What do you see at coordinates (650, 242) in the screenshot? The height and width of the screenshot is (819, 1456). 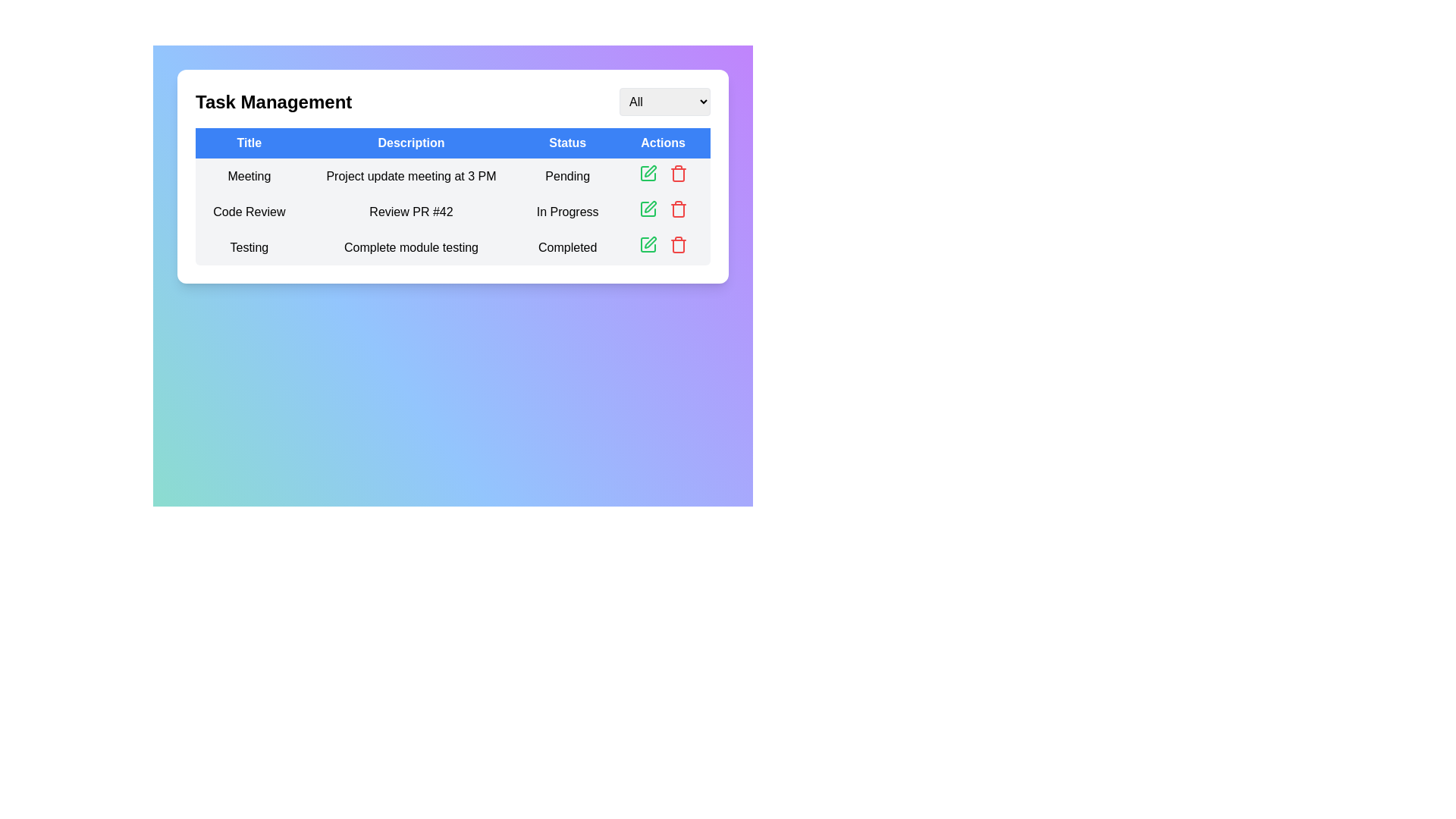 I see `the edit icon located in the 'Actions' column of the table, aligned with the 'Testing' row, to initiate the edit function` at bounding box center [650, 242].